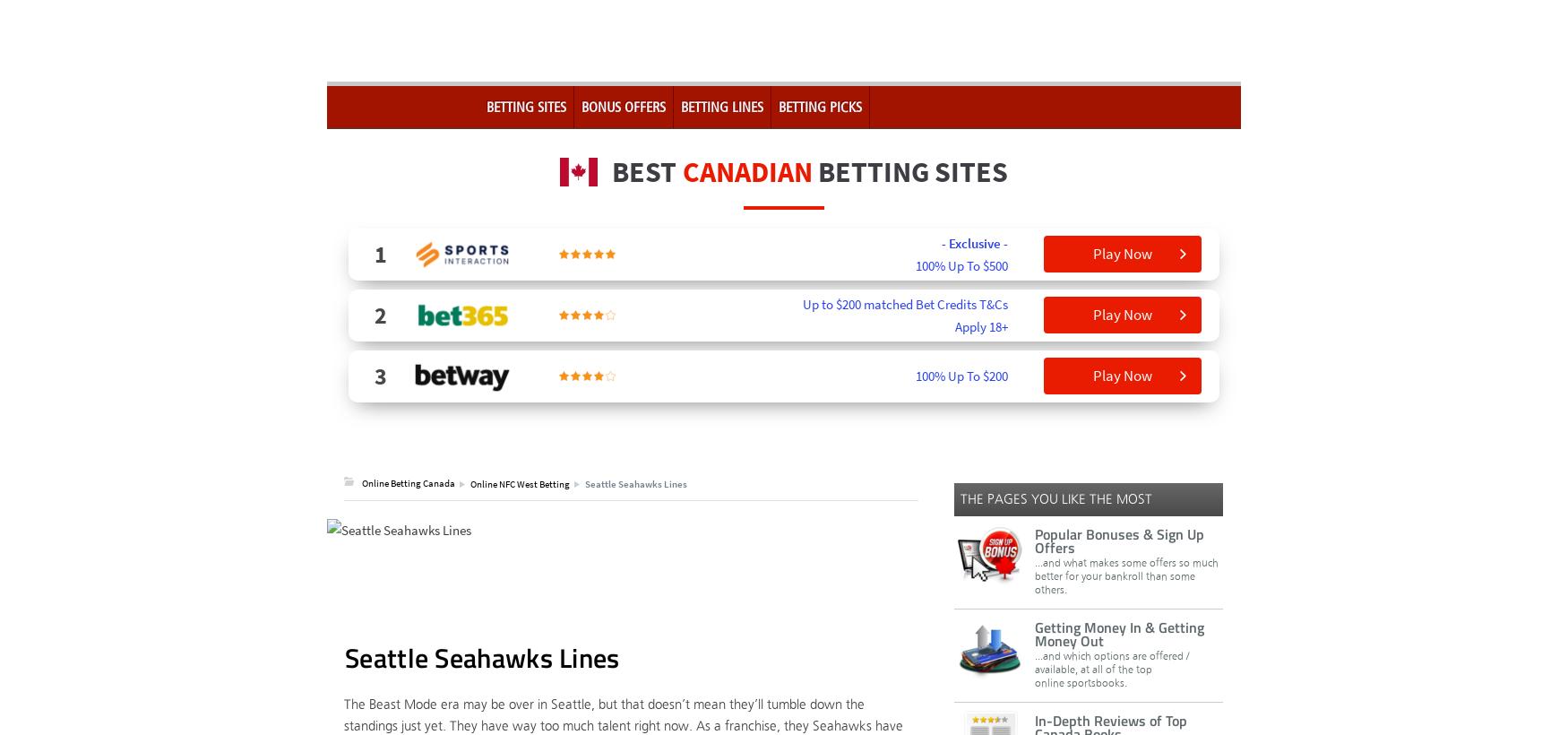 The width and height of the screenshot is (1568, 735). I want to click on 'Up to $200 matched Bet Credits T&Cs Apply 18+', so click(802, 313).